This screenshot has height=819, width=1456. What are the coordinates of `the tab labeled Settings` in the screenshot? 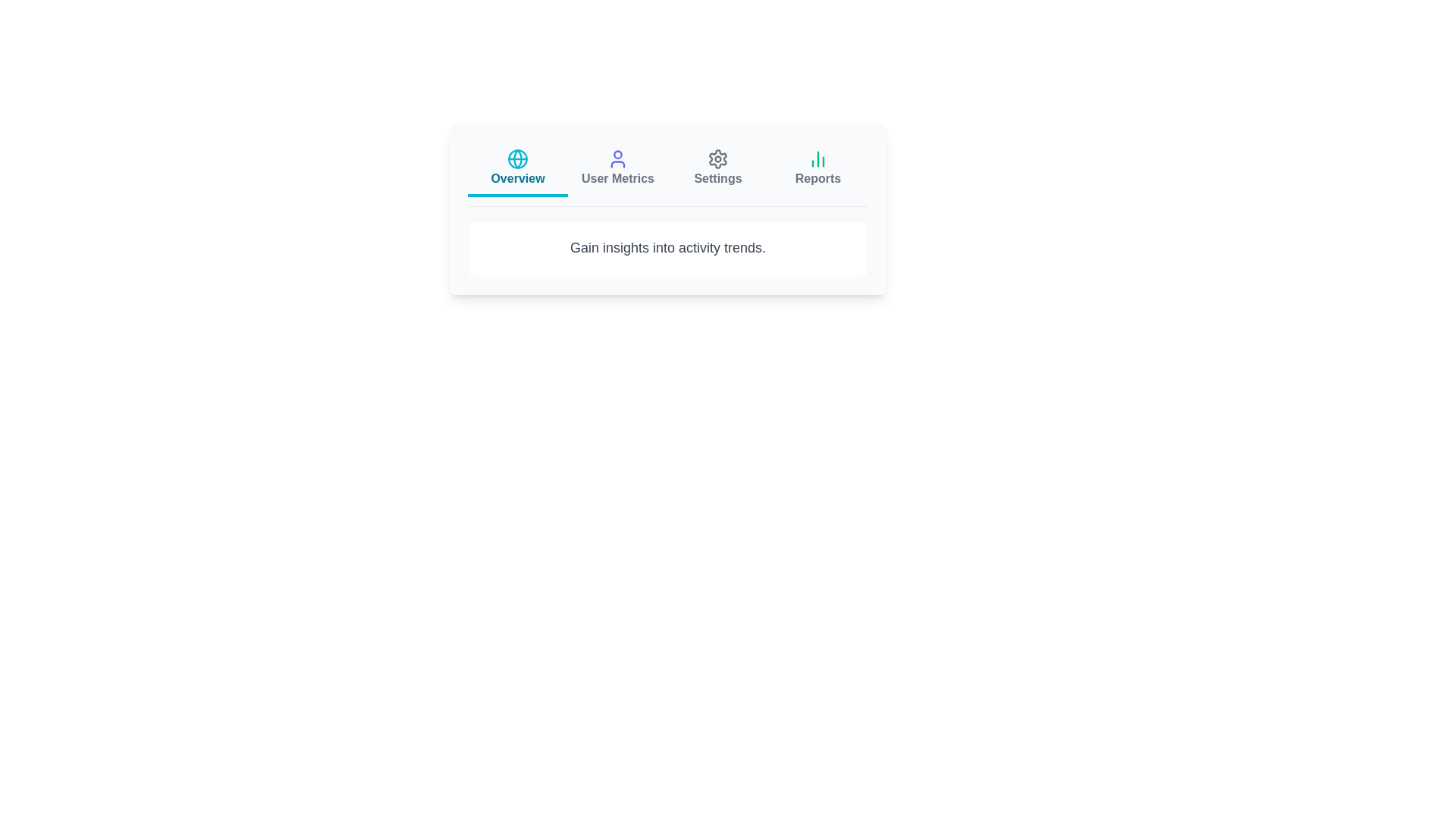 It's located at (717, 169).